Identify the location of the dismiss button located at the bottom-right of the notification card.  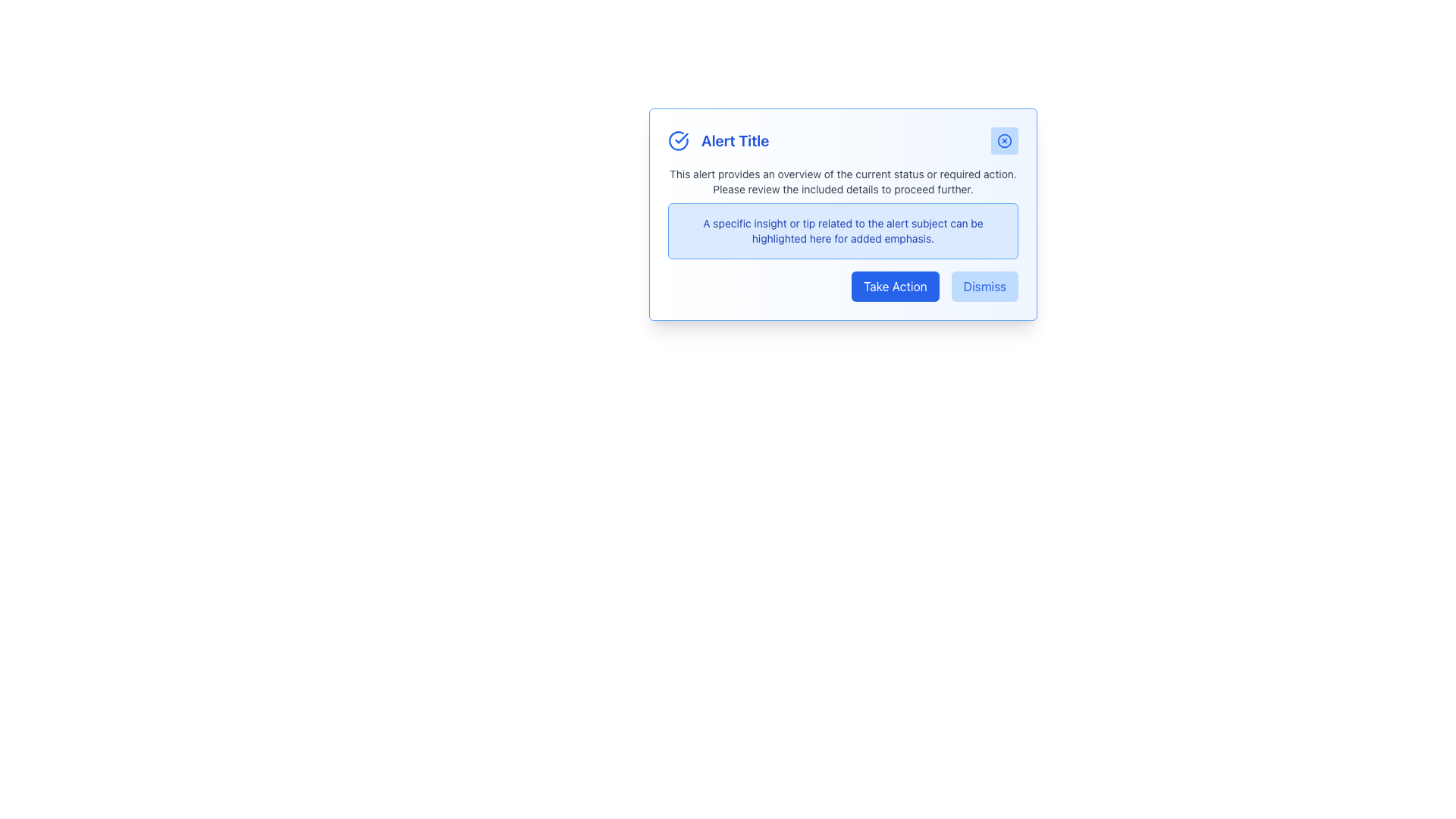
(984, 287).